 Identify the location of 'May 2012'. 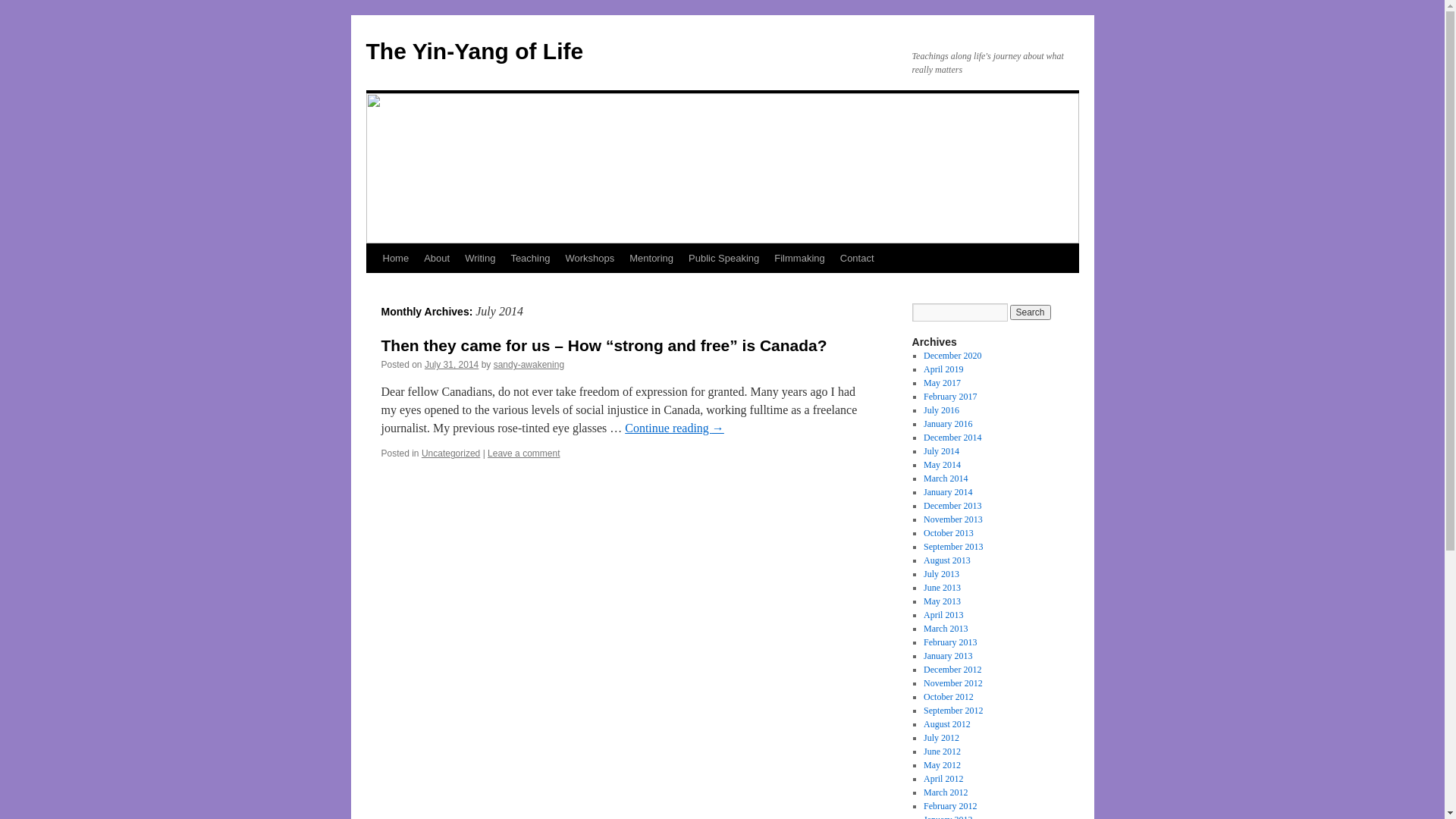
(941, 765).